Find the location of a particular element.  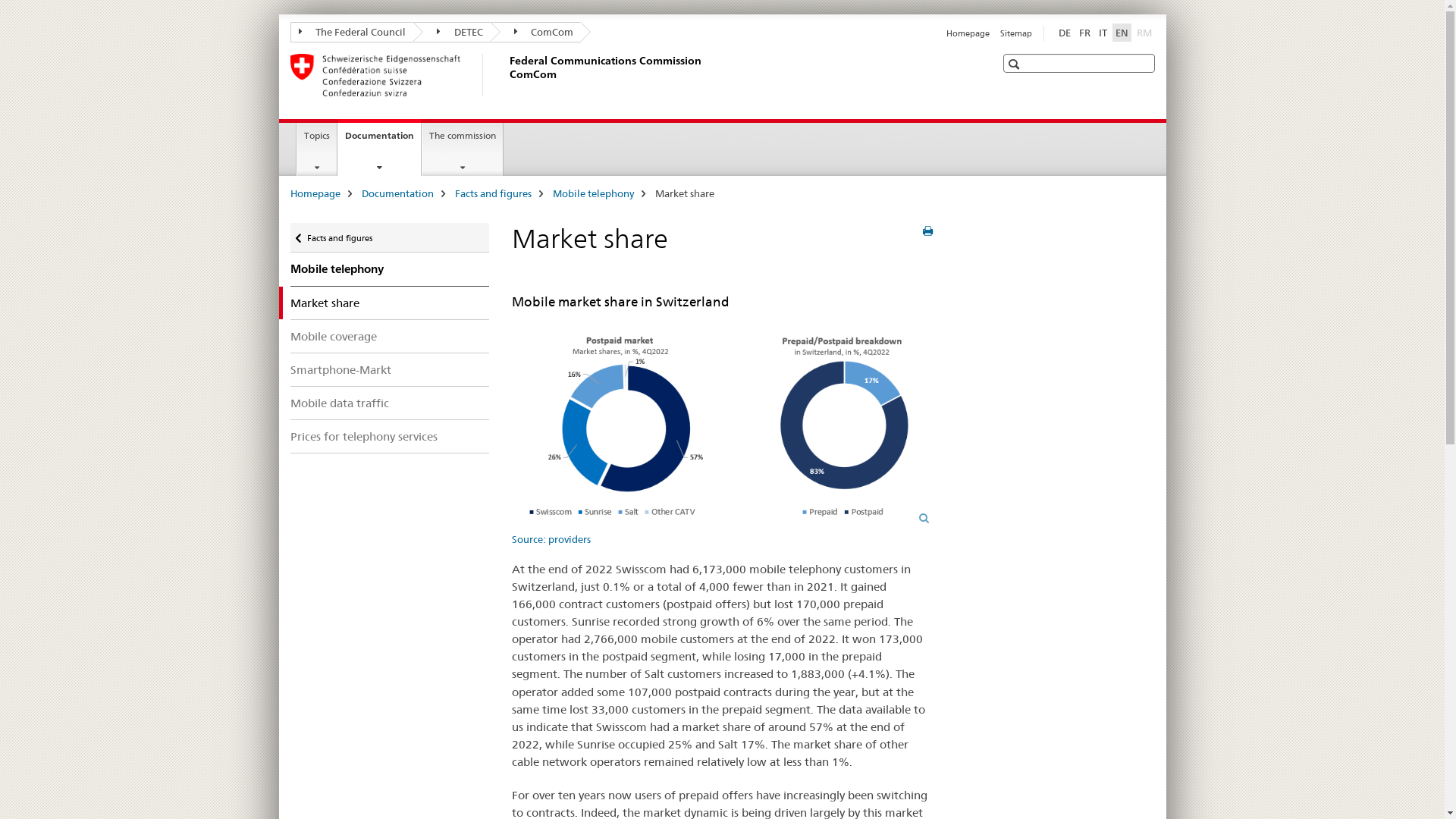

'Facts and figures' is located at coordinates (493, 192).